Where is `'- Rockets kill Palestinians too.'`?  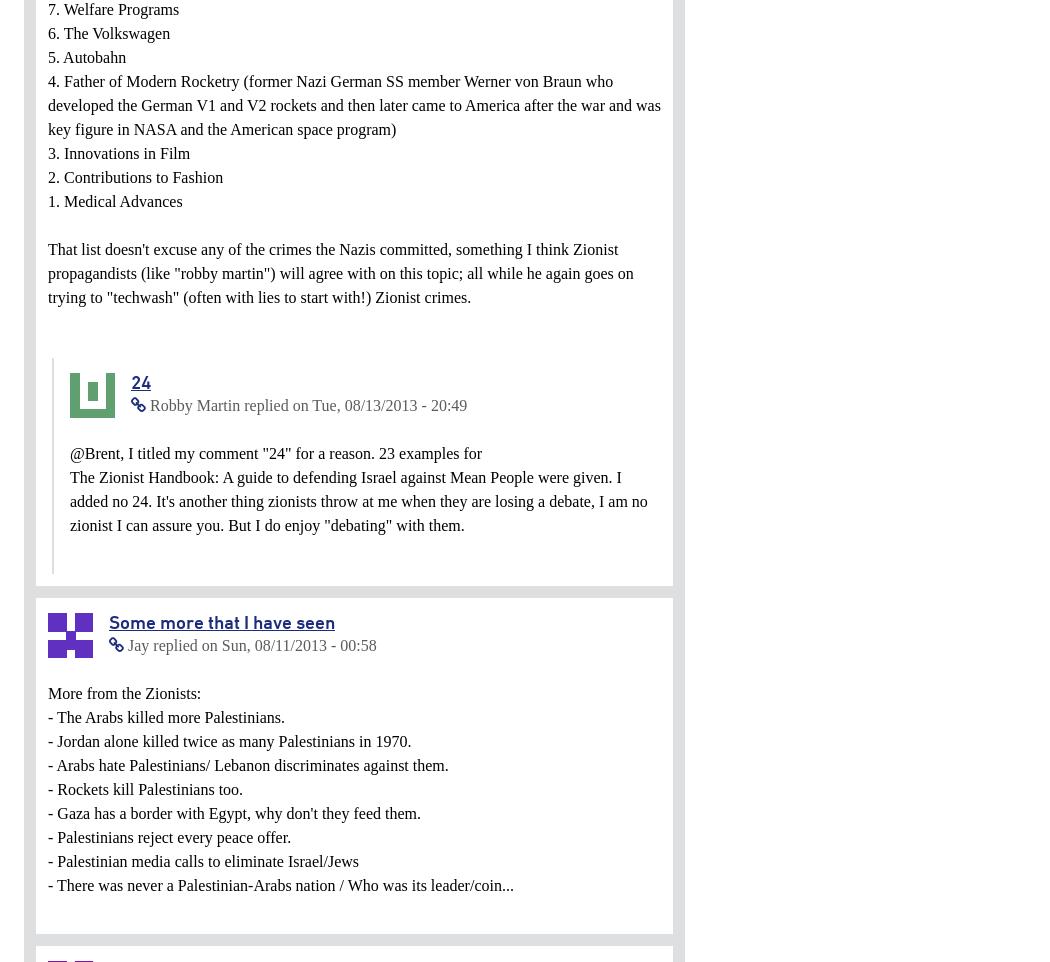 '- Rockets kill Palestinians too.' is located at coordinates (144, 788).